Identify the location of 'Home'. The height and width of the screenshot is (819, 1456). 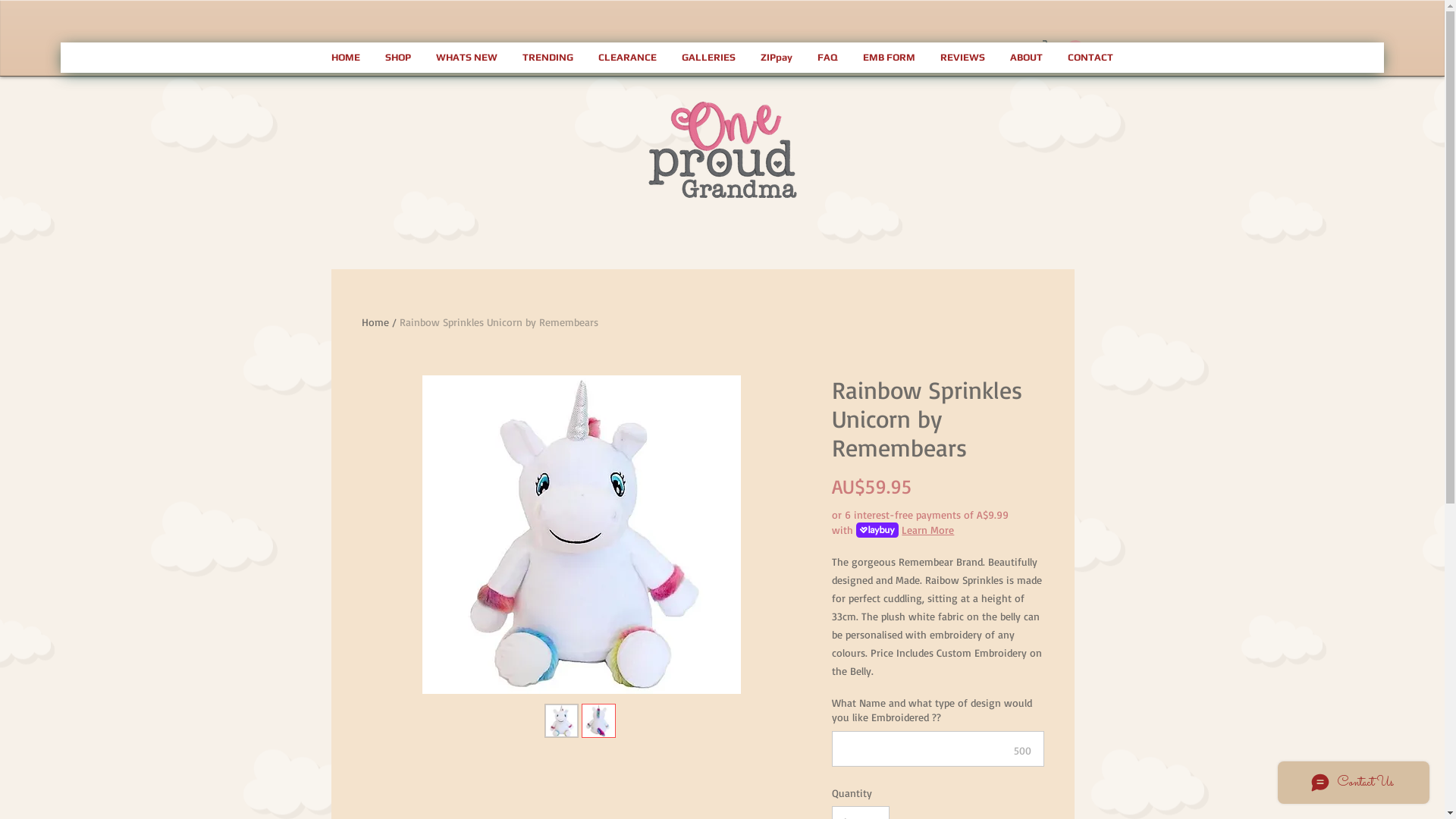
(375, 321).